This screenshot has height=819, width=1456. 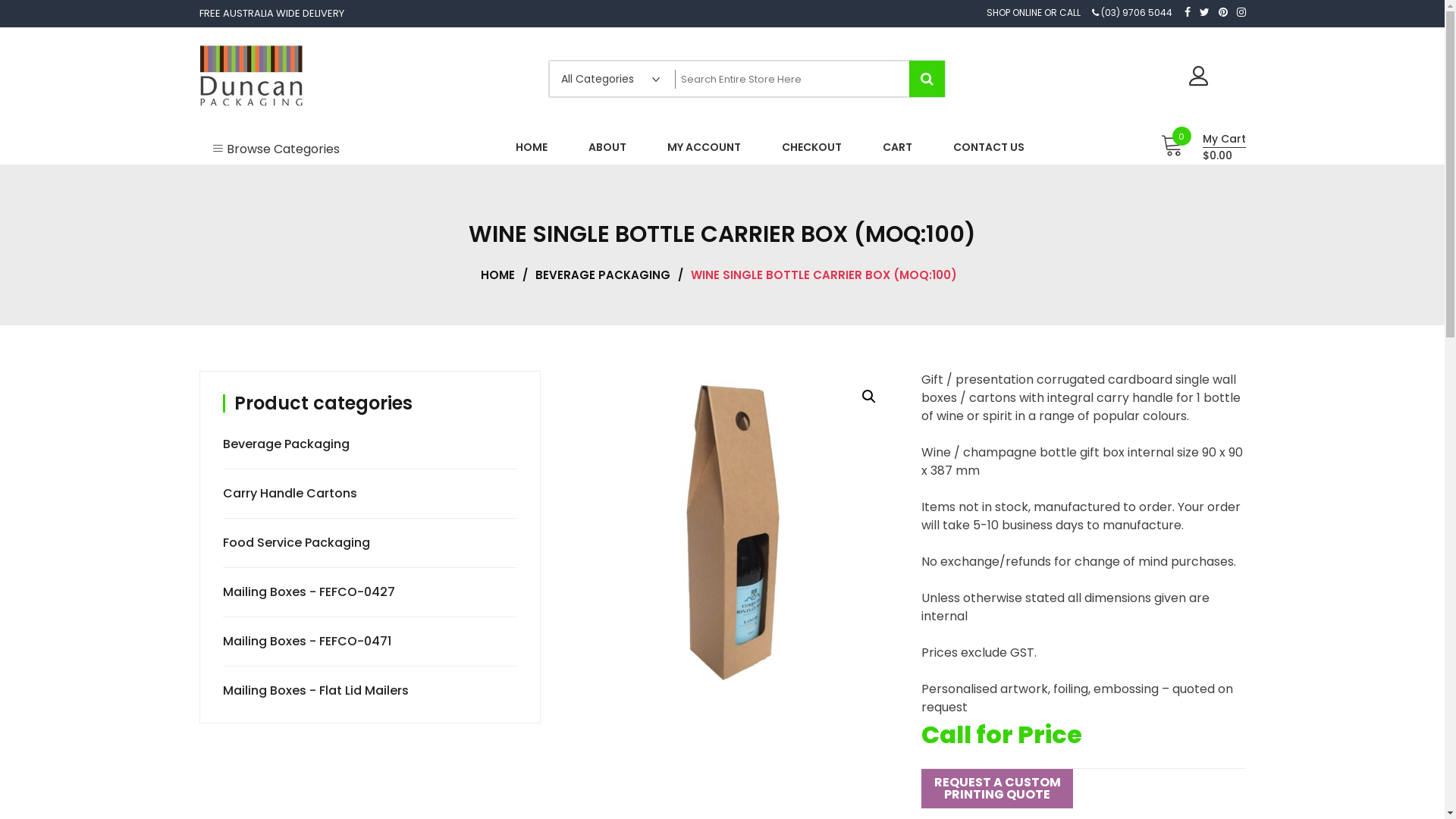 I want to click on 'CHECKOUT', so click(x=811, y=147).